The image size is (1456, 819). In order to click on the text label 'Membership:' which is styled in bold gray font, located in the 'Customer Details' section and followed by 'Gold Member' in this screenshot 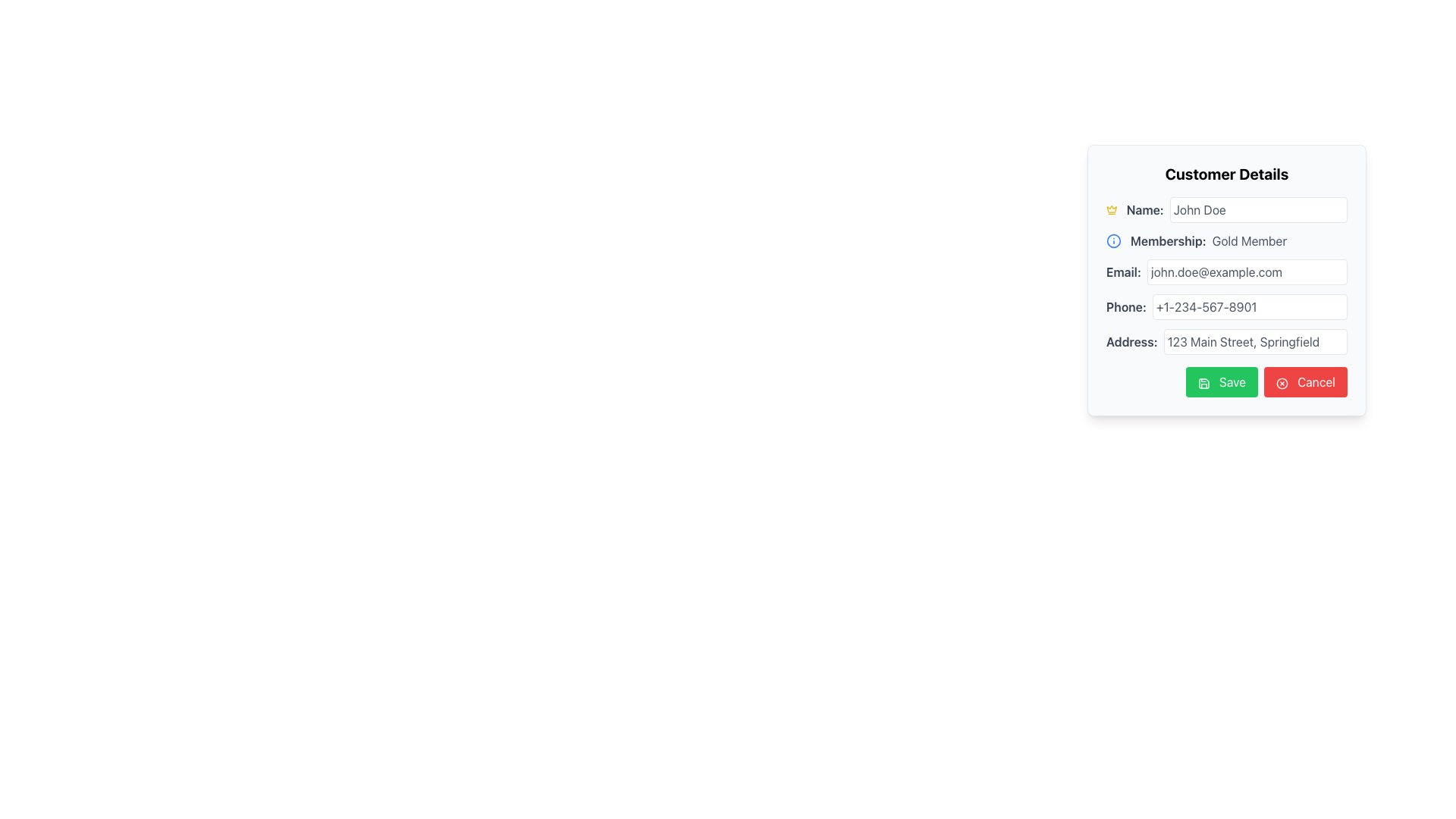, I will do `click(1167, 240)`.